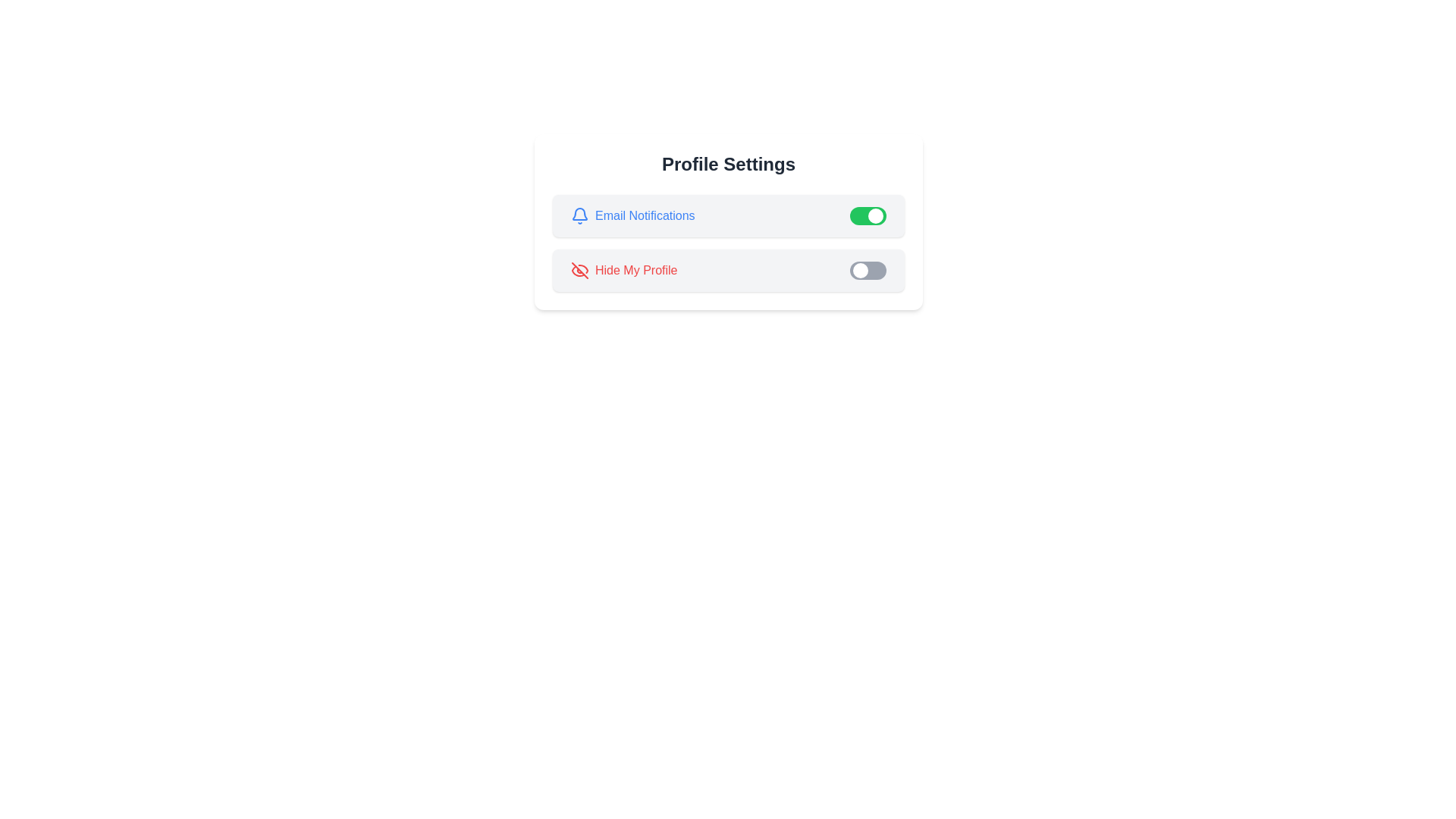 Image resolution: width=1456 pixels, height=819 pixels. I want to click on the 'Hide My Profile' text label, which is styled in red and is part of the 'Profile Settings' section, located below 'Email Notifications' and to the right of the eye icon, so click(636, 270).